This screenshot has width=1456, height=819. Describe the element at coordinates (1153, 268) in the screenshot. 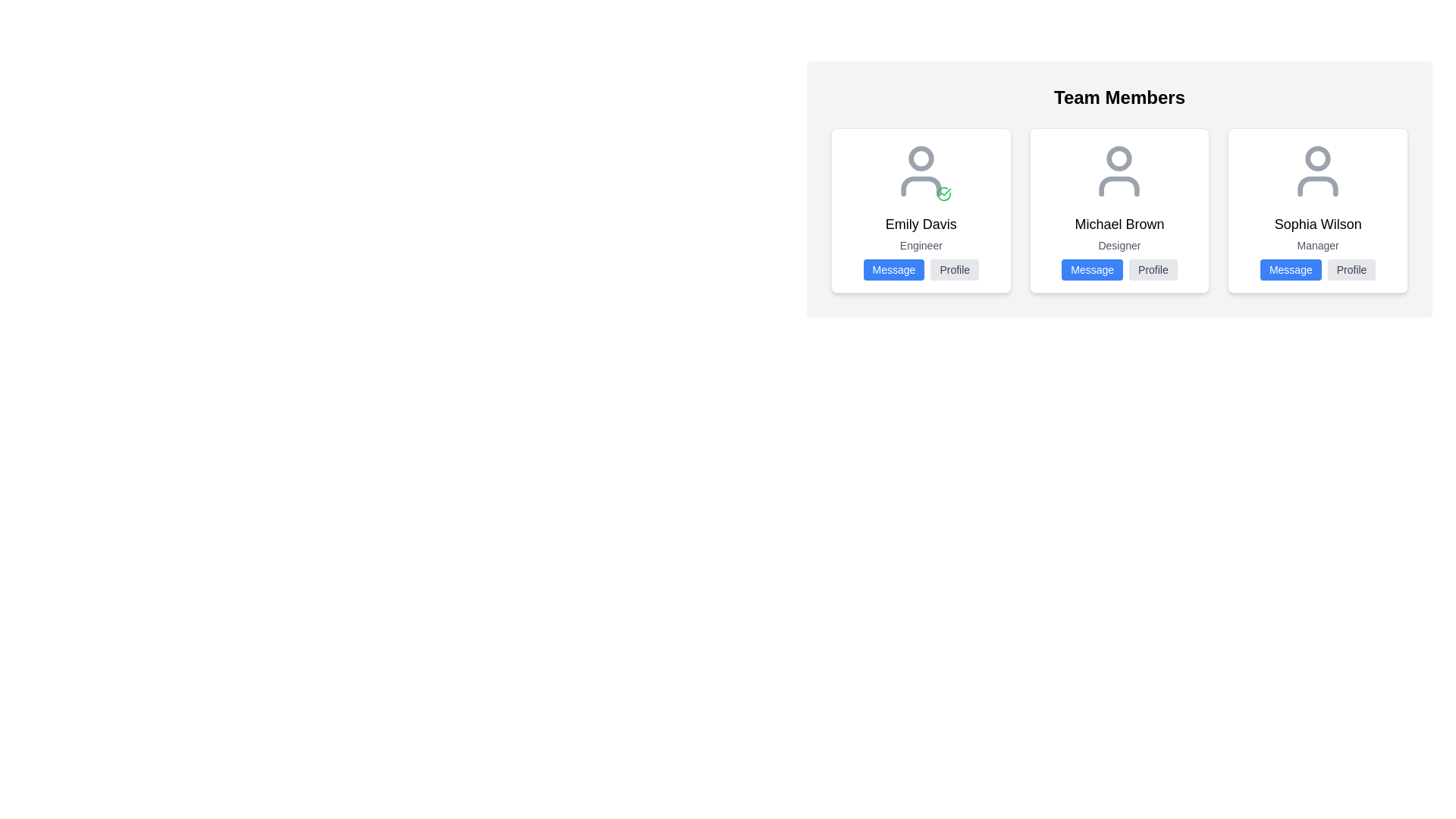

I see `the 'Profile' button with a light gray background and darker gray text, located at the bottom of a team member's card` at that location.